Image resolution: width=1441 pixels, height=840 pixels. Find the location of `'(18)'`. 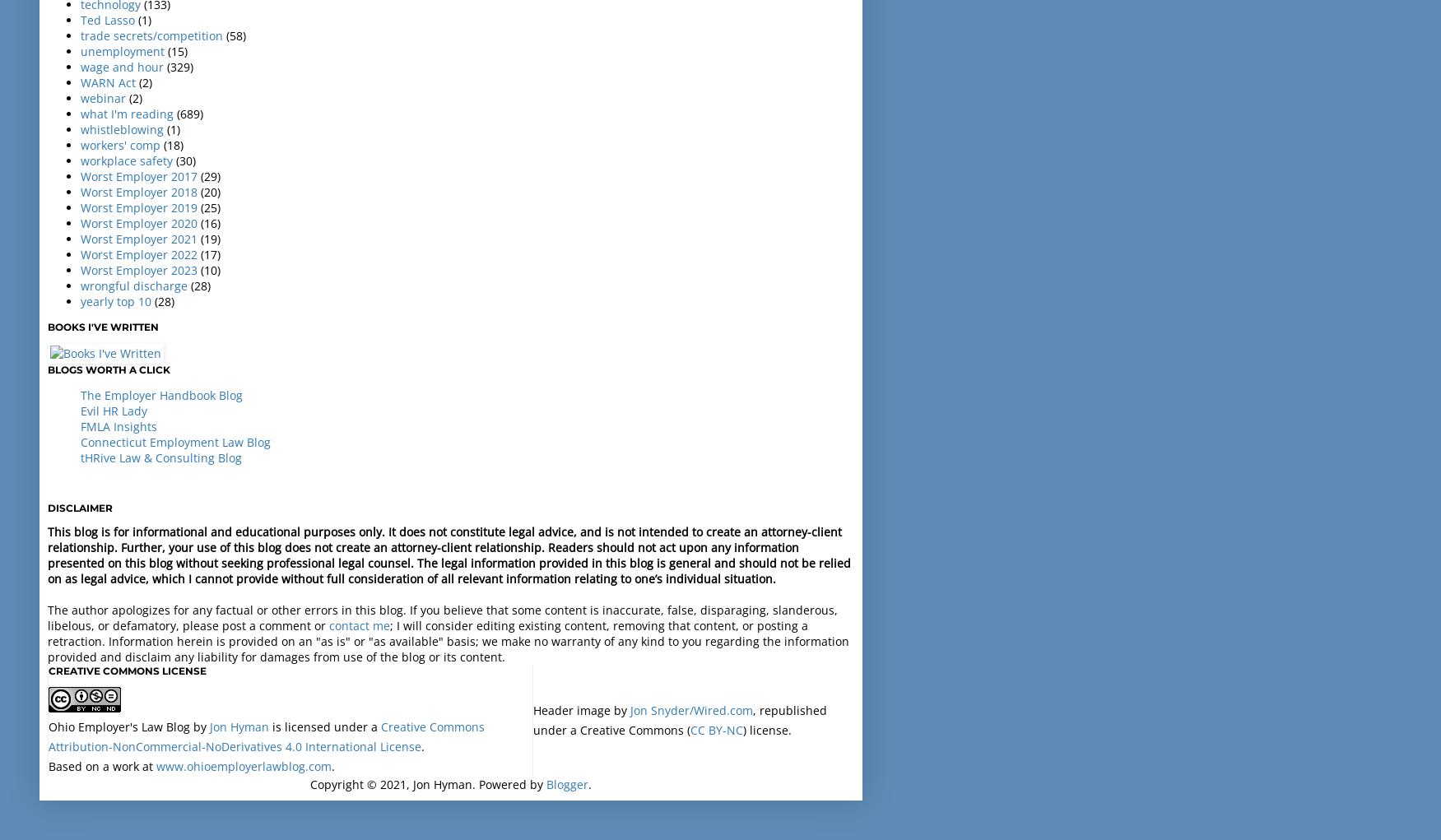

'(18)' is located at coordinates (163, 143).